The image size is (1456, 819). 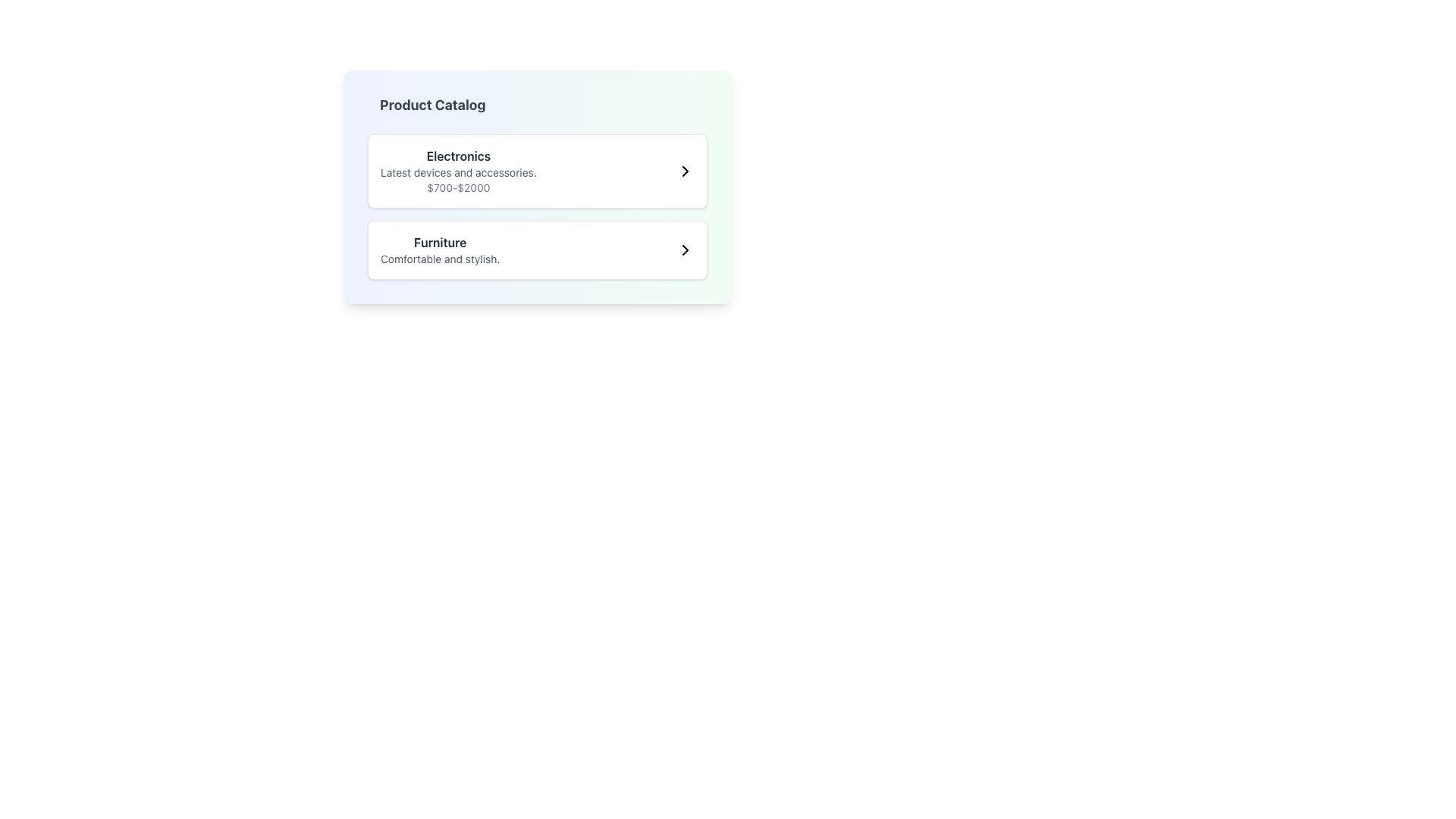 I want to click on the right-pointing chevron icon button located at the far-right of the 'Electronics' list item, so click(x=684, y=171).